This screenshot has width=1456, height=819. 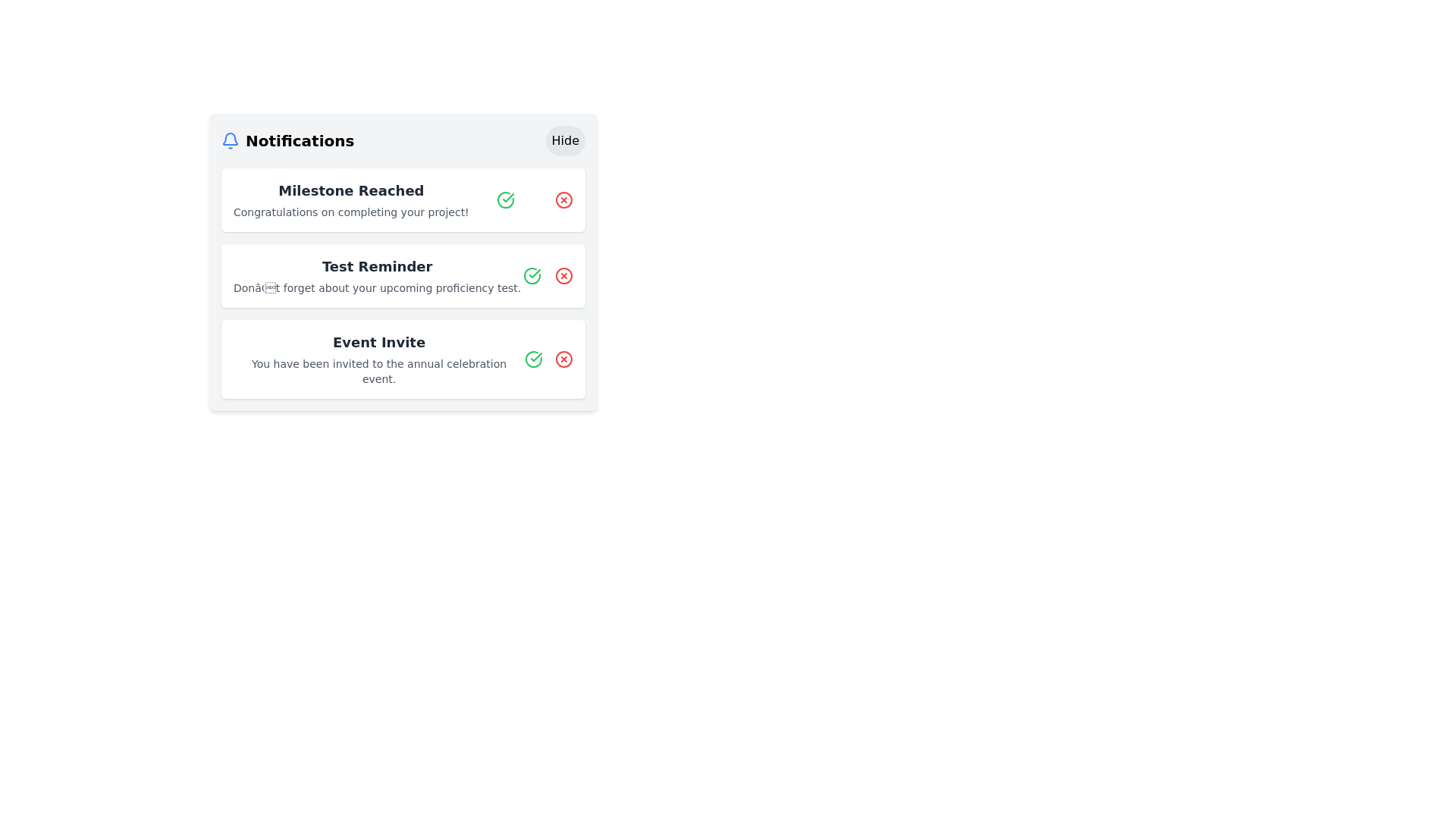 What do you see at coordinates (350, 199) in the screenshot?
I see `the first notification message in the 'Notifications' section, which indicates the successful completion of a project milestone` at bounding box center [350, 199].